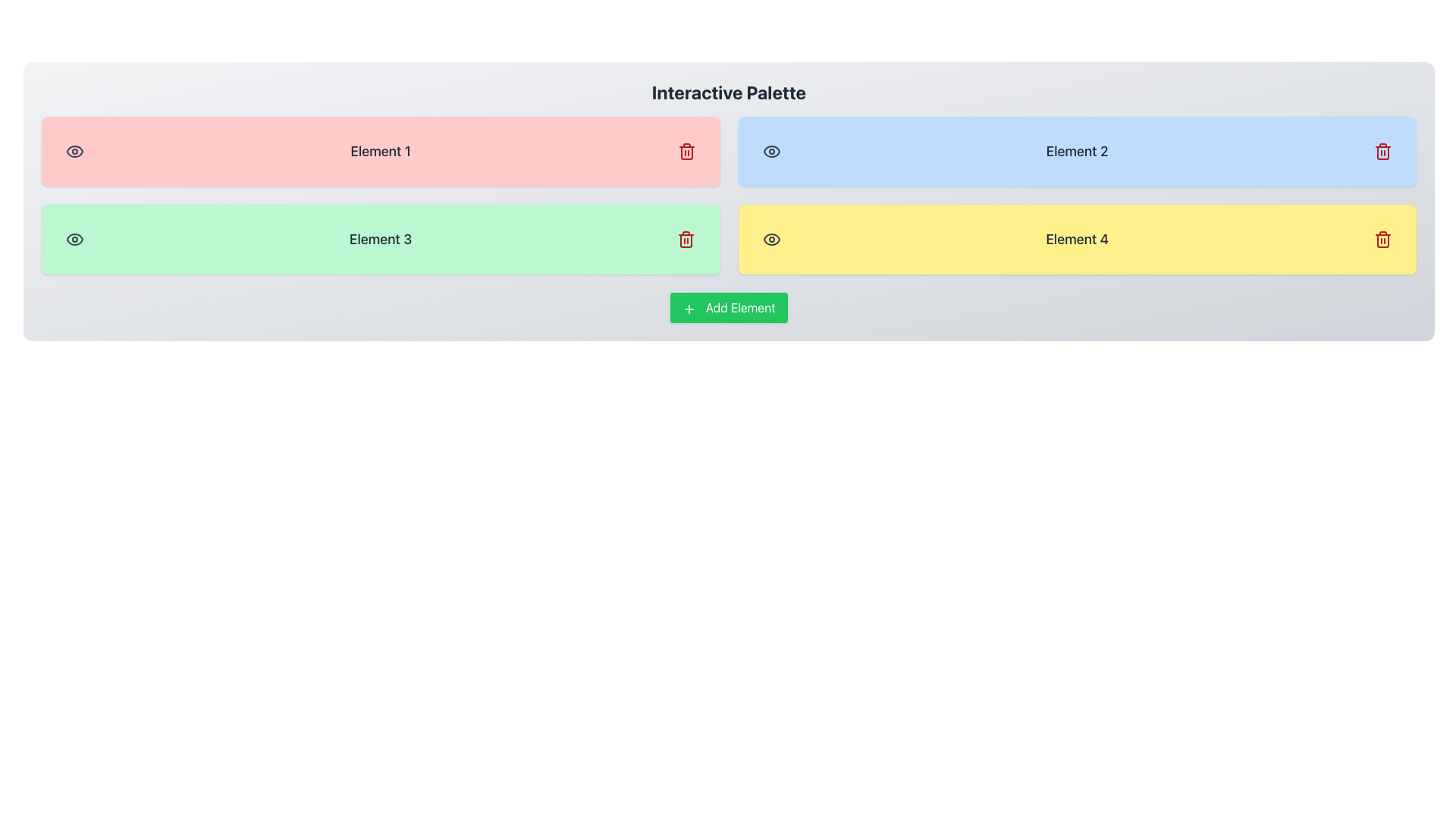 The height and width of the screenshot is (819, 1456). I want to click on the deletion button located at the rightmost position within the rectangular box labeled 'Element 1', so click(686, 152).